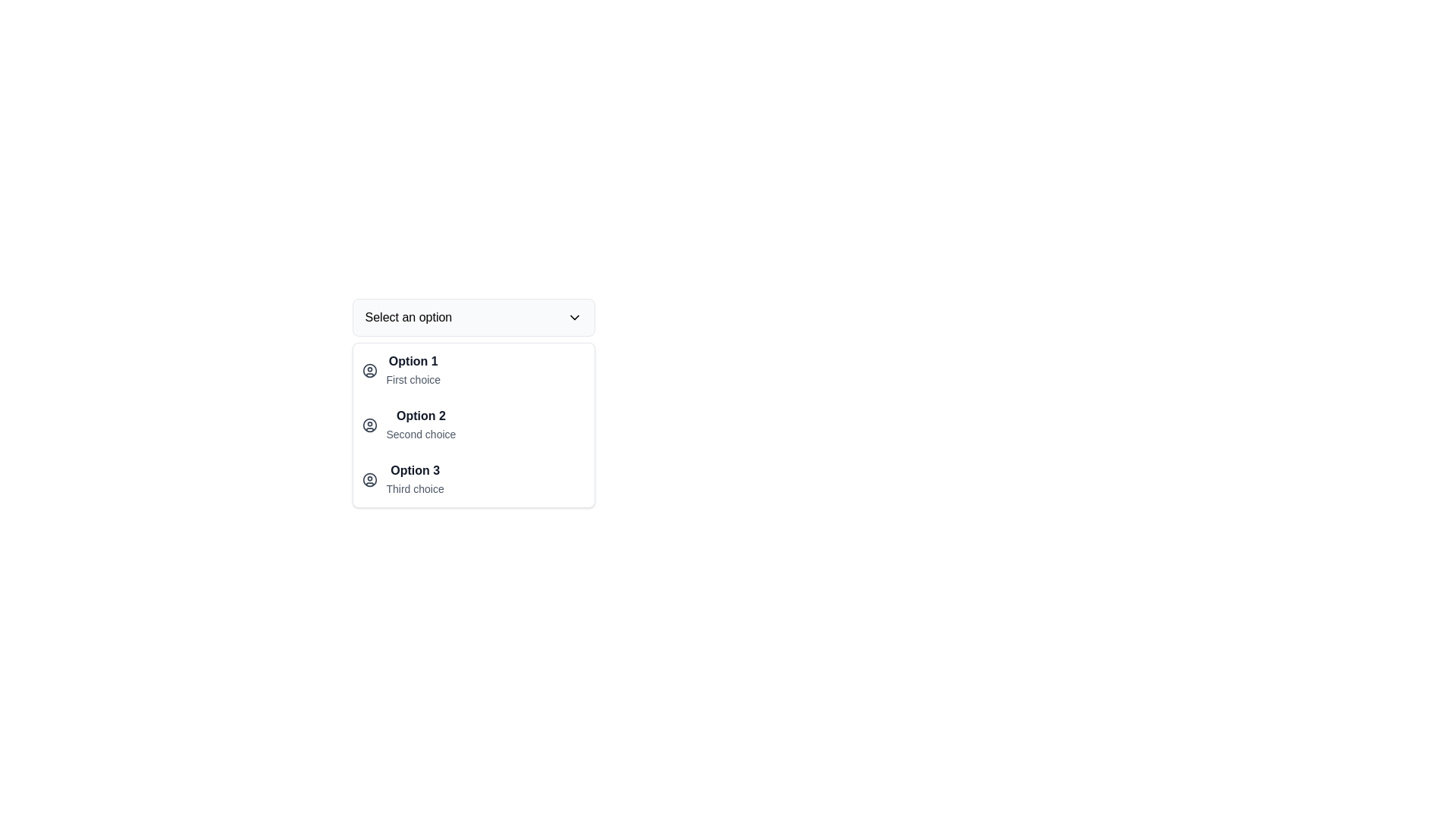  Describe the element at coordinates (413, 379) in the screenshot. I see `the text label displaying 'First choice', which is a subtitle for the first option in the dropdown menu located below 'Option 1'` at that location.